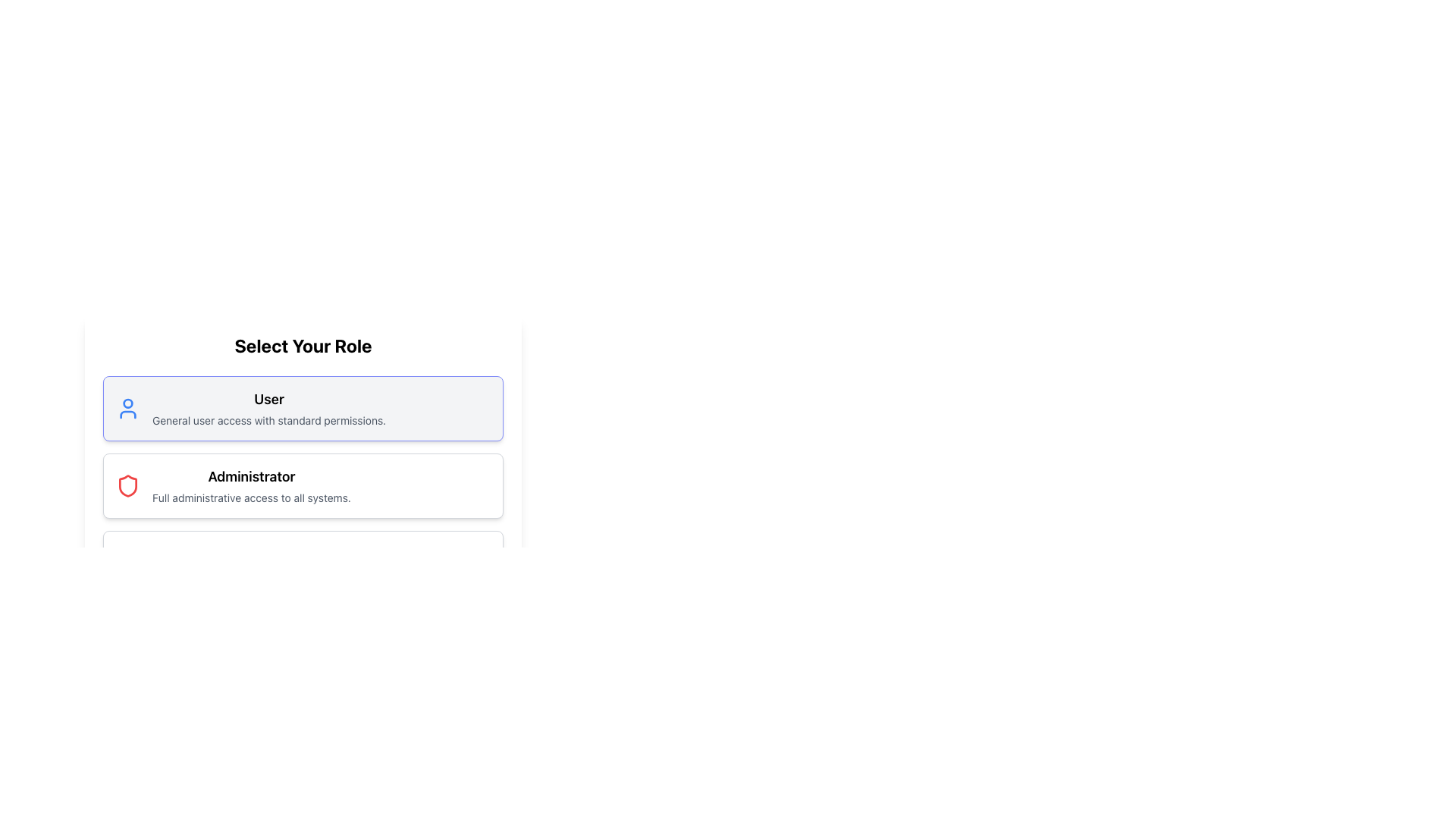  I want to click on the user icon, which is an SVG graphic located on the left side of the card adjacent to the text 'User', within the top section of a list of selectable options, so click(127, 408).